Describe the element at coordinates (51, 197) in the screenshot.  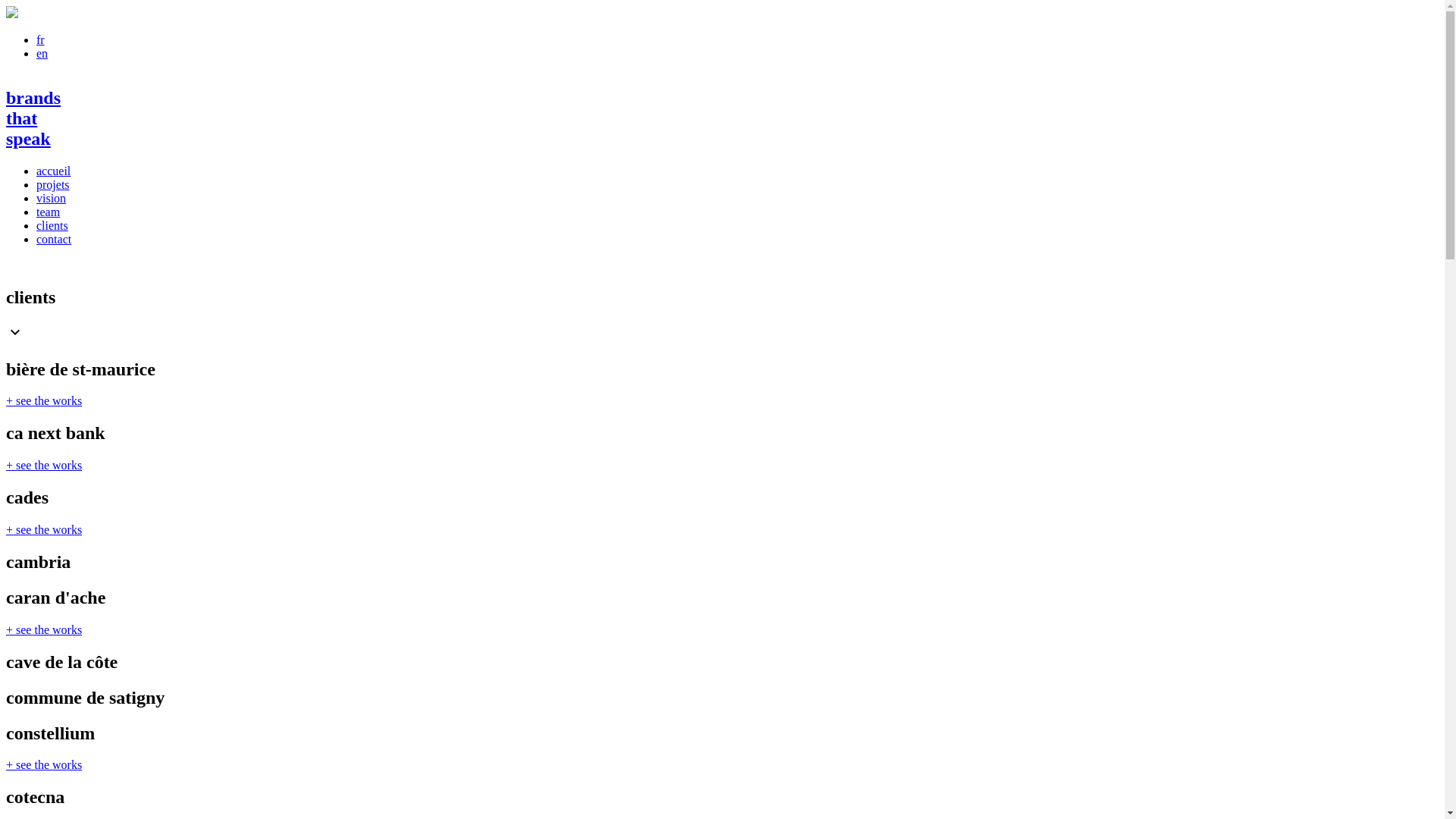
I see `'vision'` at that location.